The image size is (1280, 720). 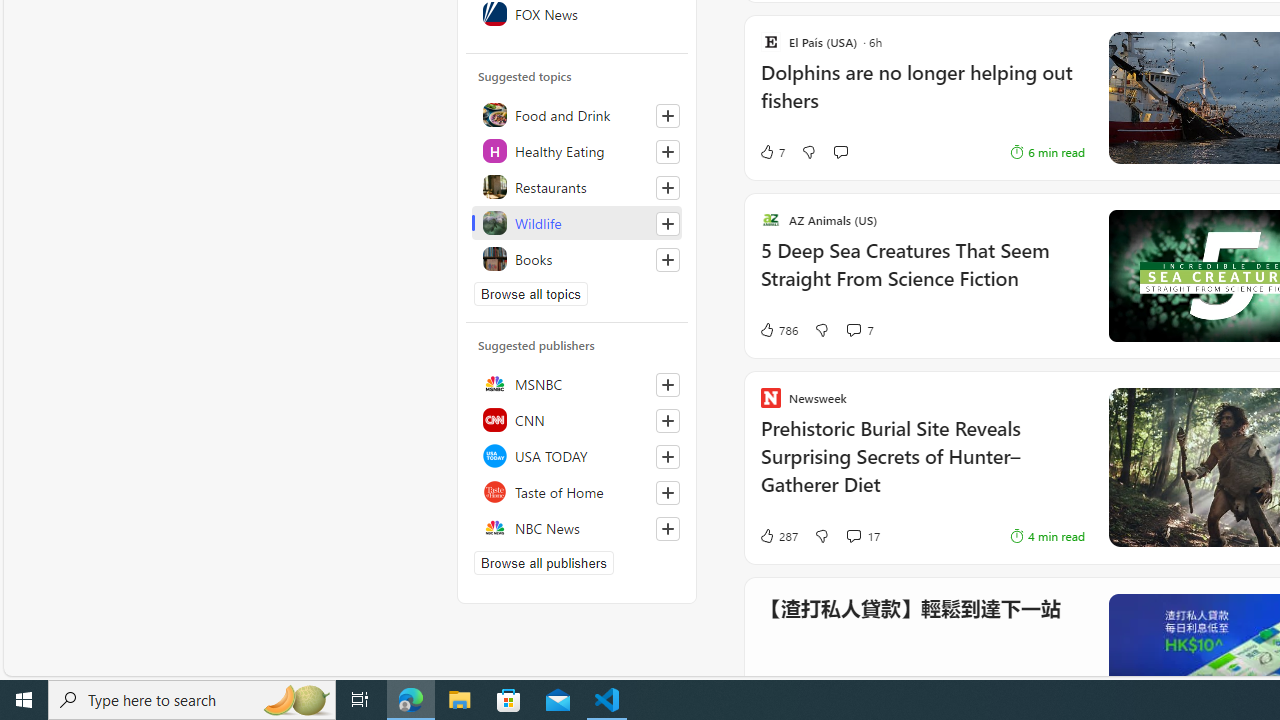 What do you see at coordinates (576, 384) in the screenshot?
I see `'MSNBC'` at bounding box center [576, 384].